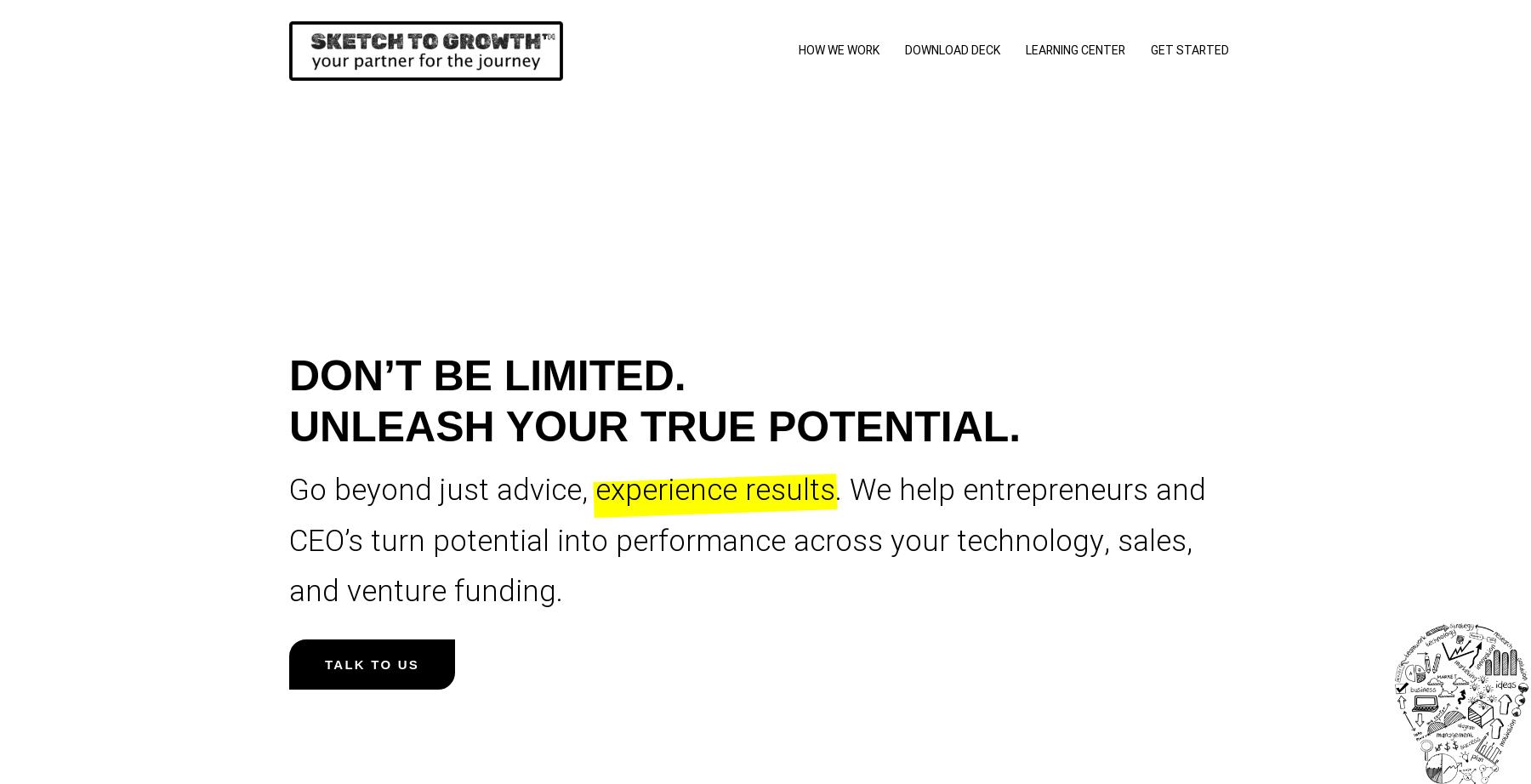 Image resolution: width=1531 pixels, height=784 pixels. Describe the element at coordinates (1188, 50) in the screenshot. I see `'Get Started'` at that location.